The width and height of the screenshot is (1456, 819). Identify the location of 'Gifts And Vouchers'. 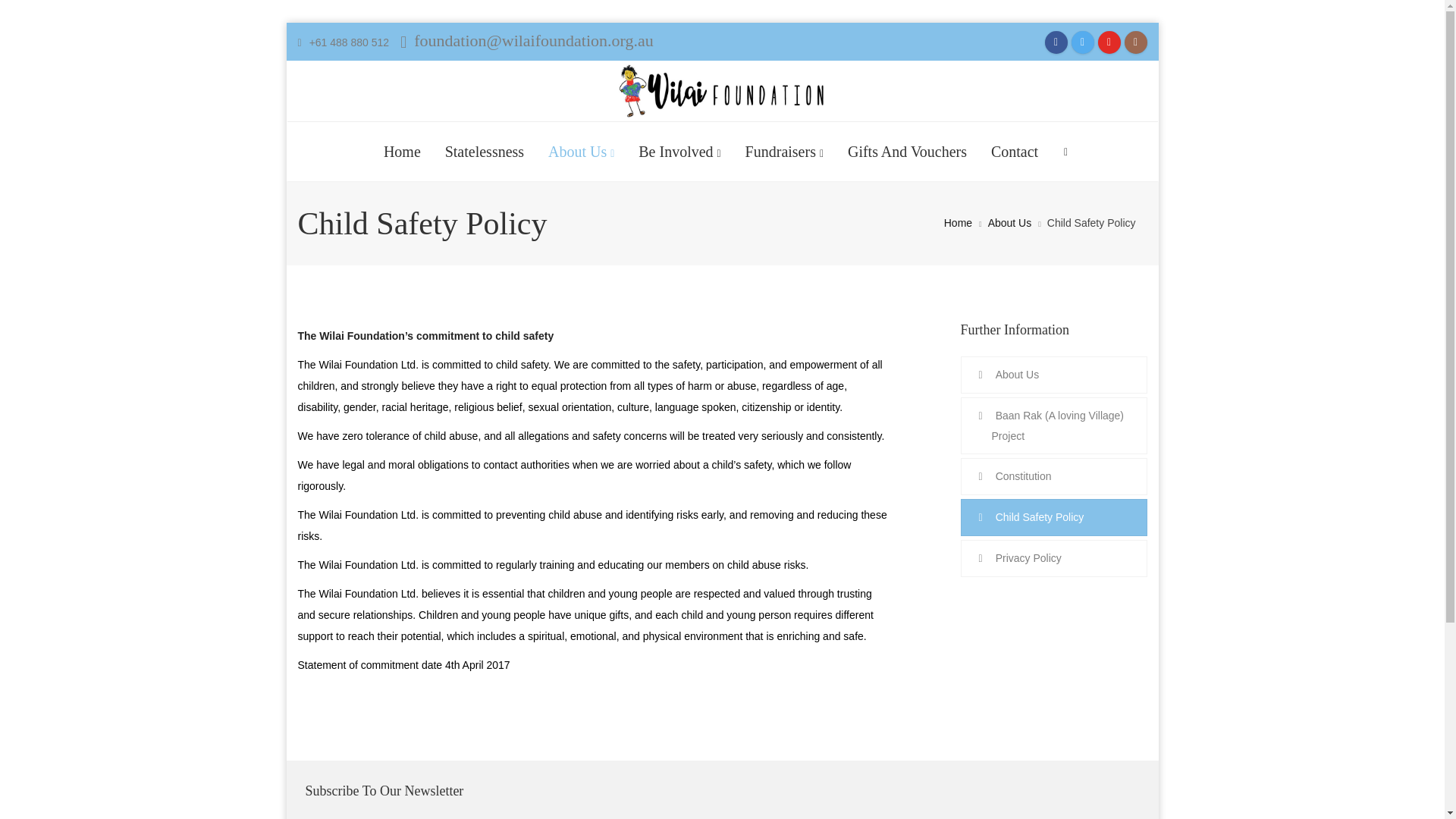
(907, 152).